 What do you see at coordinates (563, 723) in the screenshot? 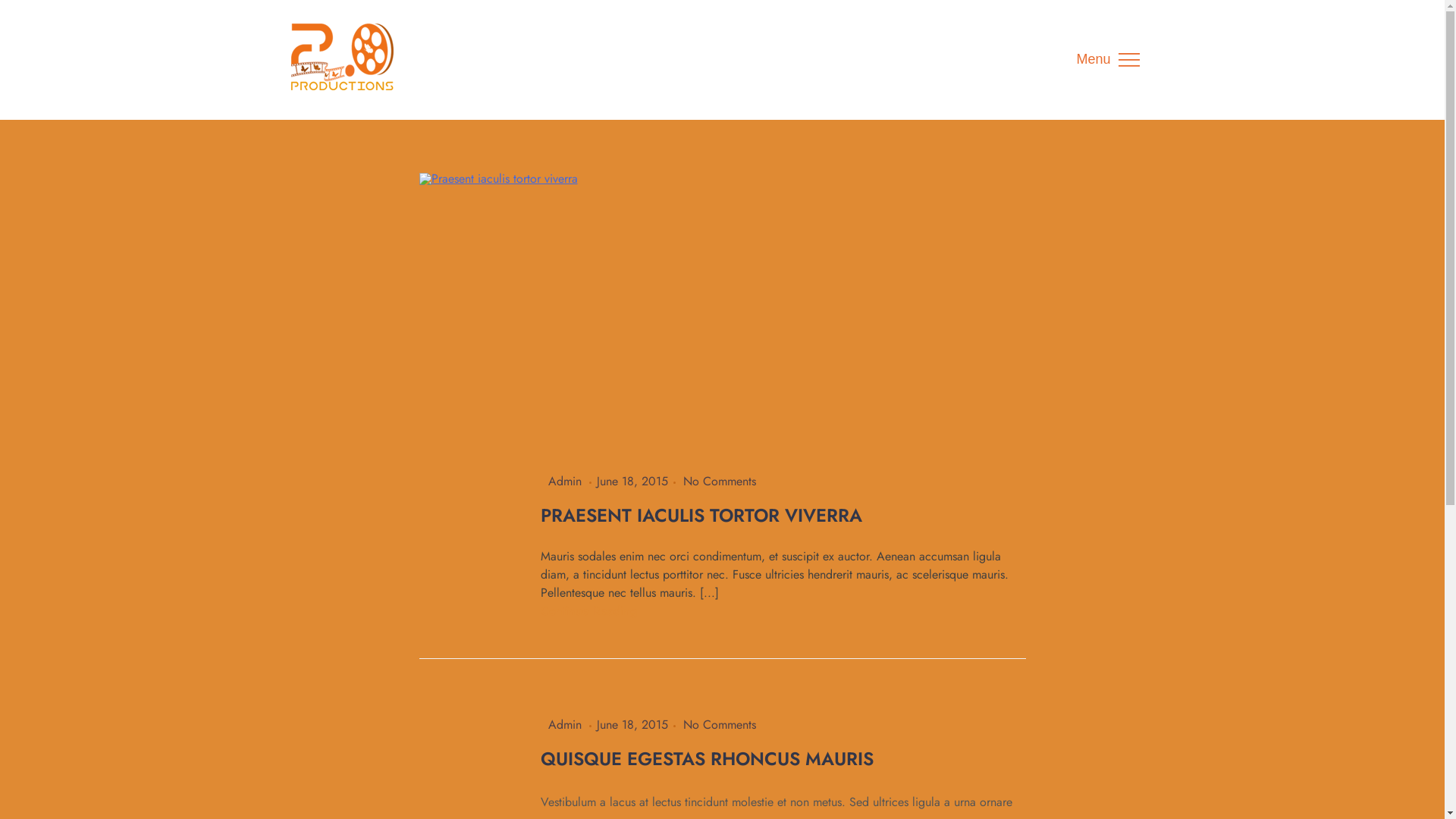
I see `'Admin'` at bounding box center [563, 723].